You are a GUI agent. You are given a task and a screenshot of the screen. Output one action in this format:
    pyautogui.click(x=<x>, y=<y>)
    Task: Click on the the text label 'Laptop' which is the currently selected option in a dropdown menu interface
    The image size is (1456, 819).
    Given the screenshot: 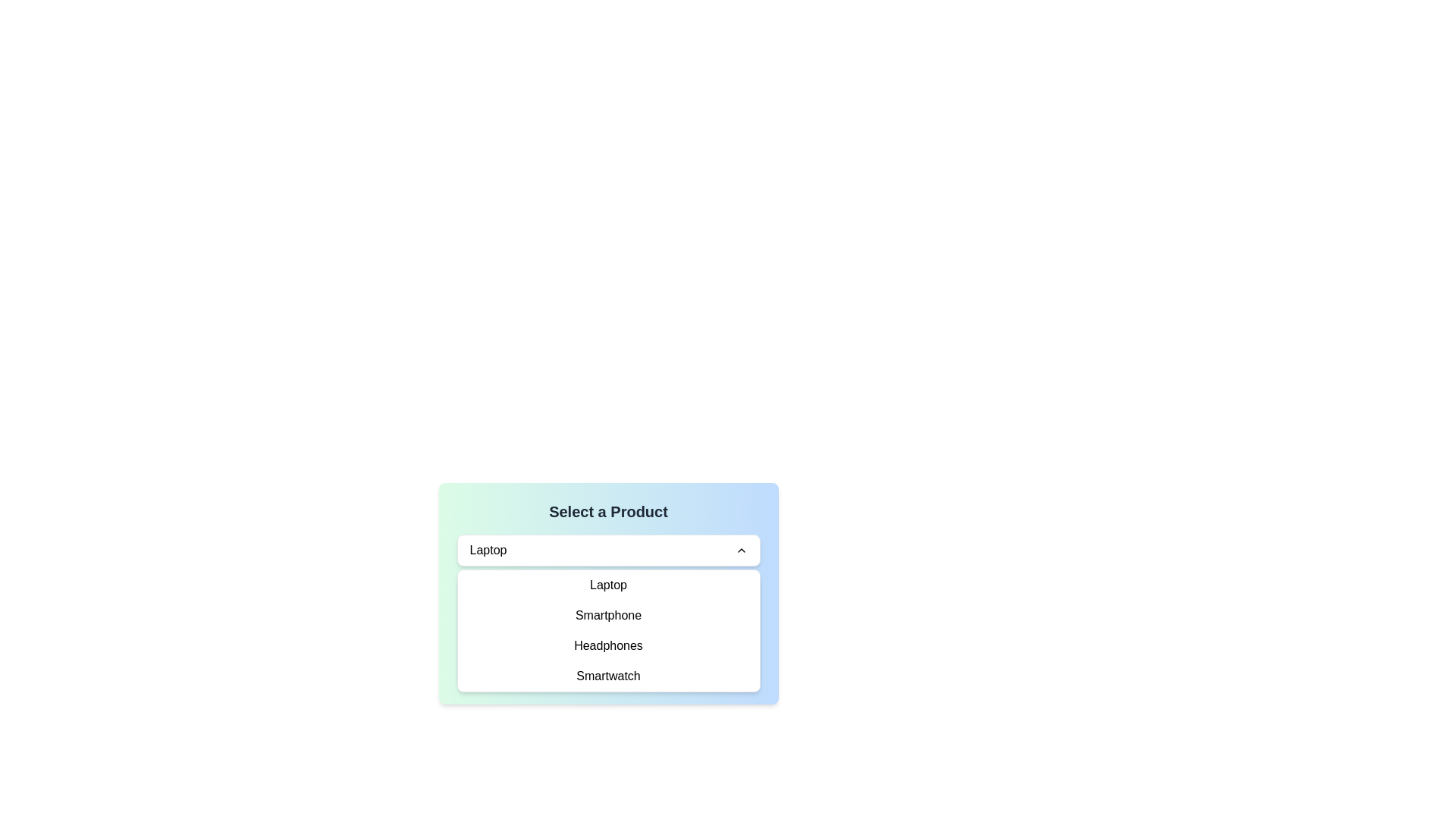 What is the action you would take?
    pyautogui.click(x=488, y=550)
    